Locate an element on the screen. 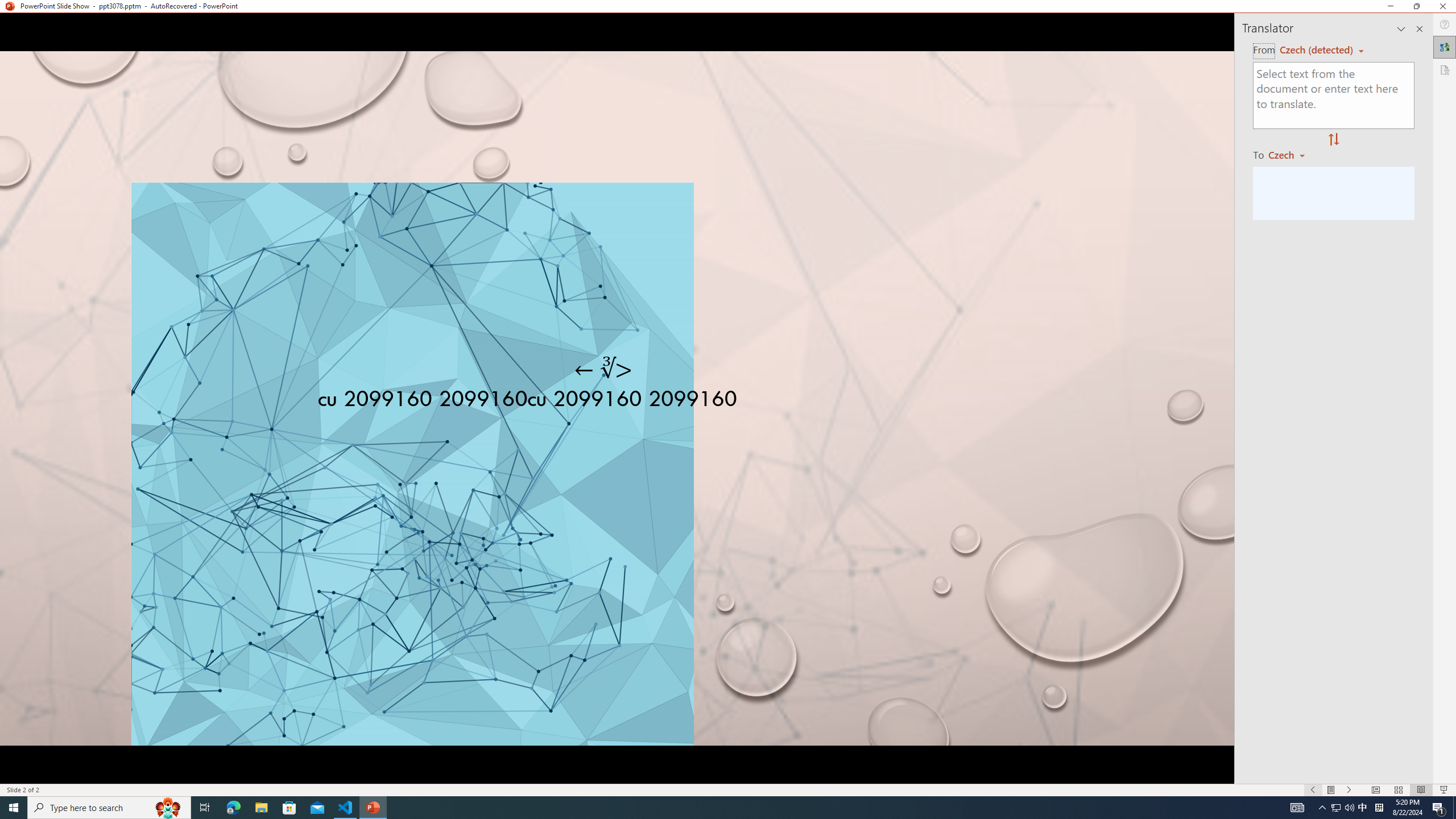 The height and width of the screenshot is (819, 1456). 'Slide Show Previous On' is located at coordinates (1313, 790).